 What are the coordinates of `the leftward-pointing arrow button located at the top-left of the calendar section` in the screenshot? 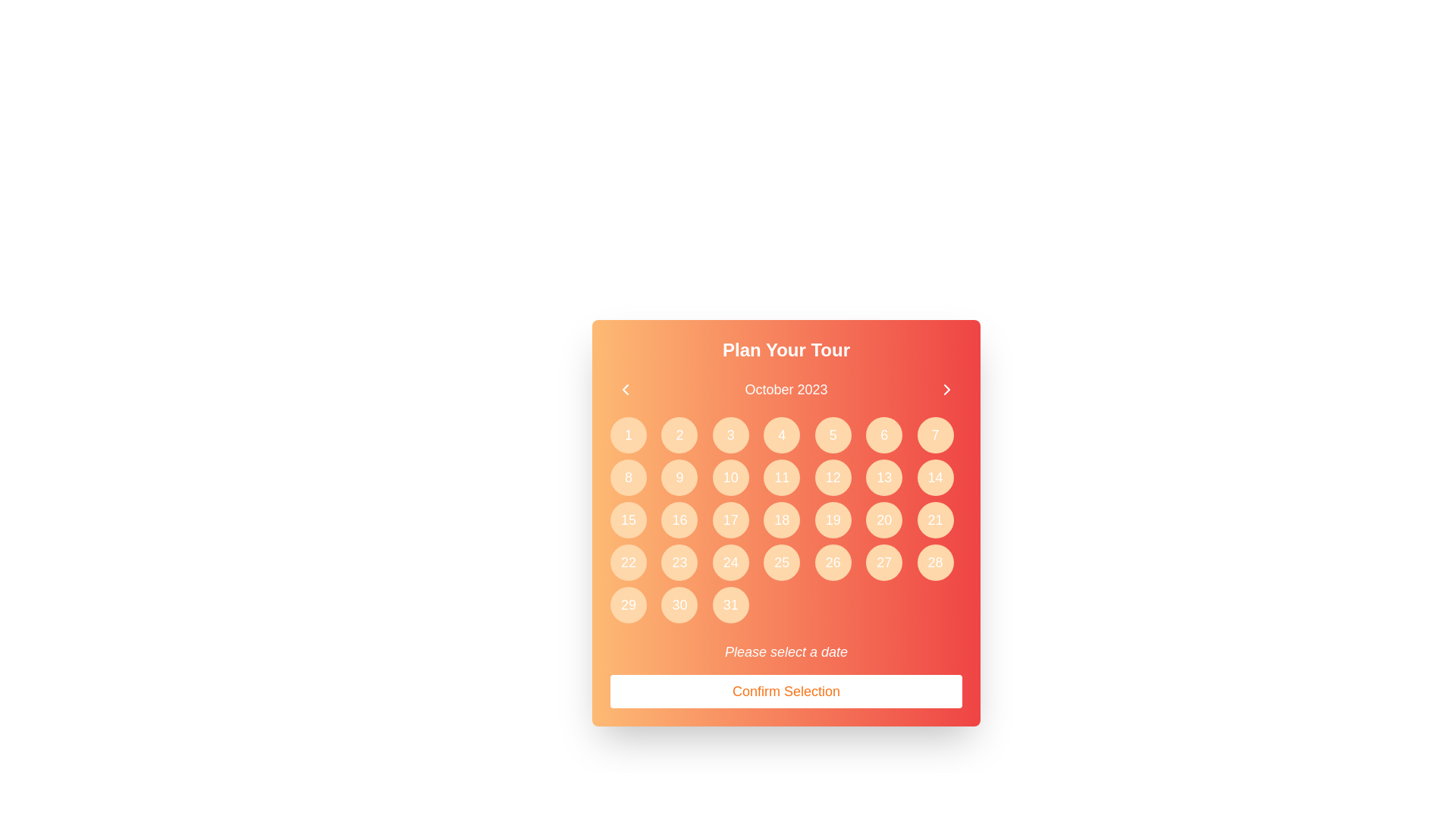 It's located at (626, 388).